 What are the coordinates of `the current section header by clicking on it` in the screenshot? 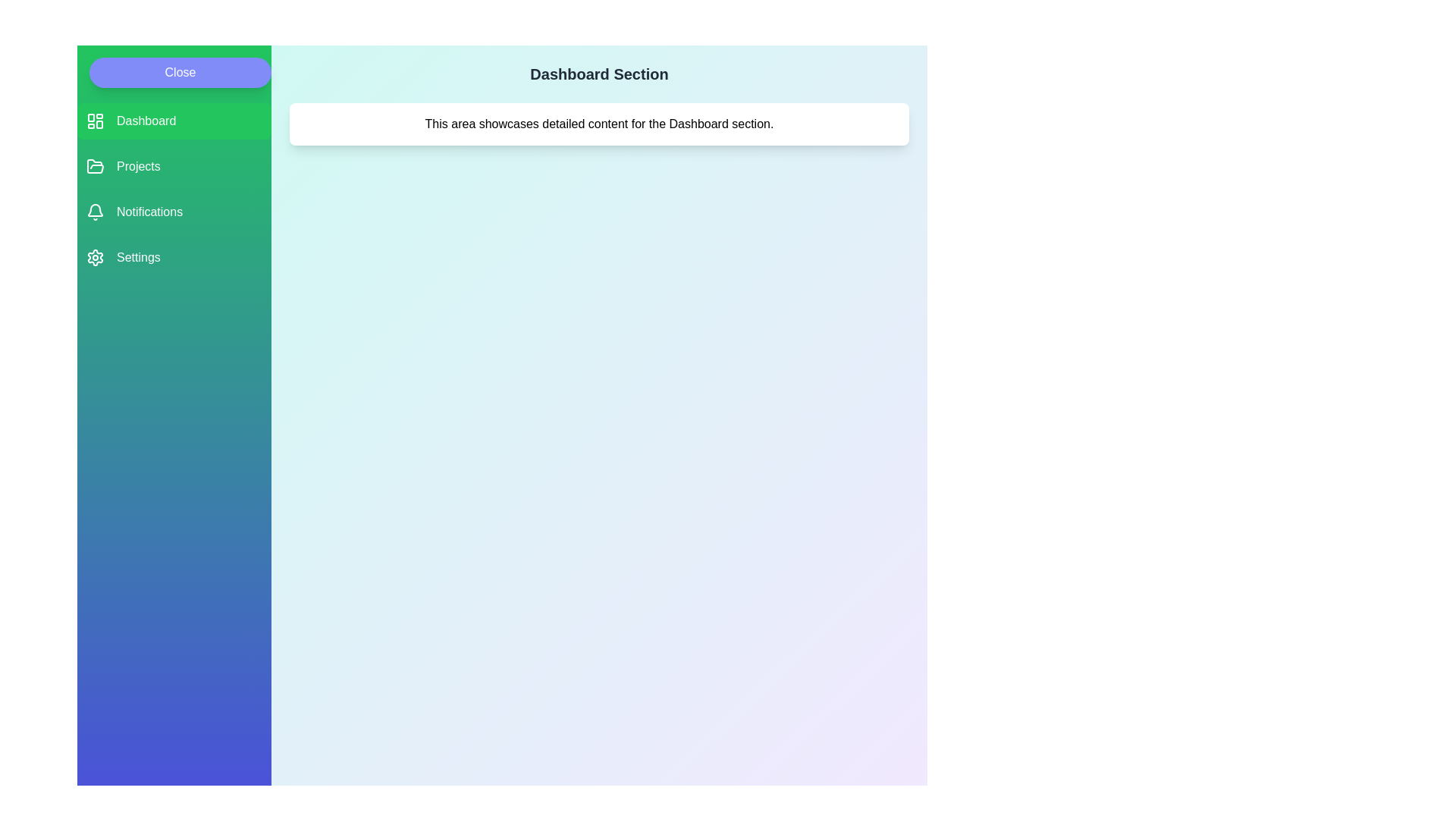 It's located at (598, 74).